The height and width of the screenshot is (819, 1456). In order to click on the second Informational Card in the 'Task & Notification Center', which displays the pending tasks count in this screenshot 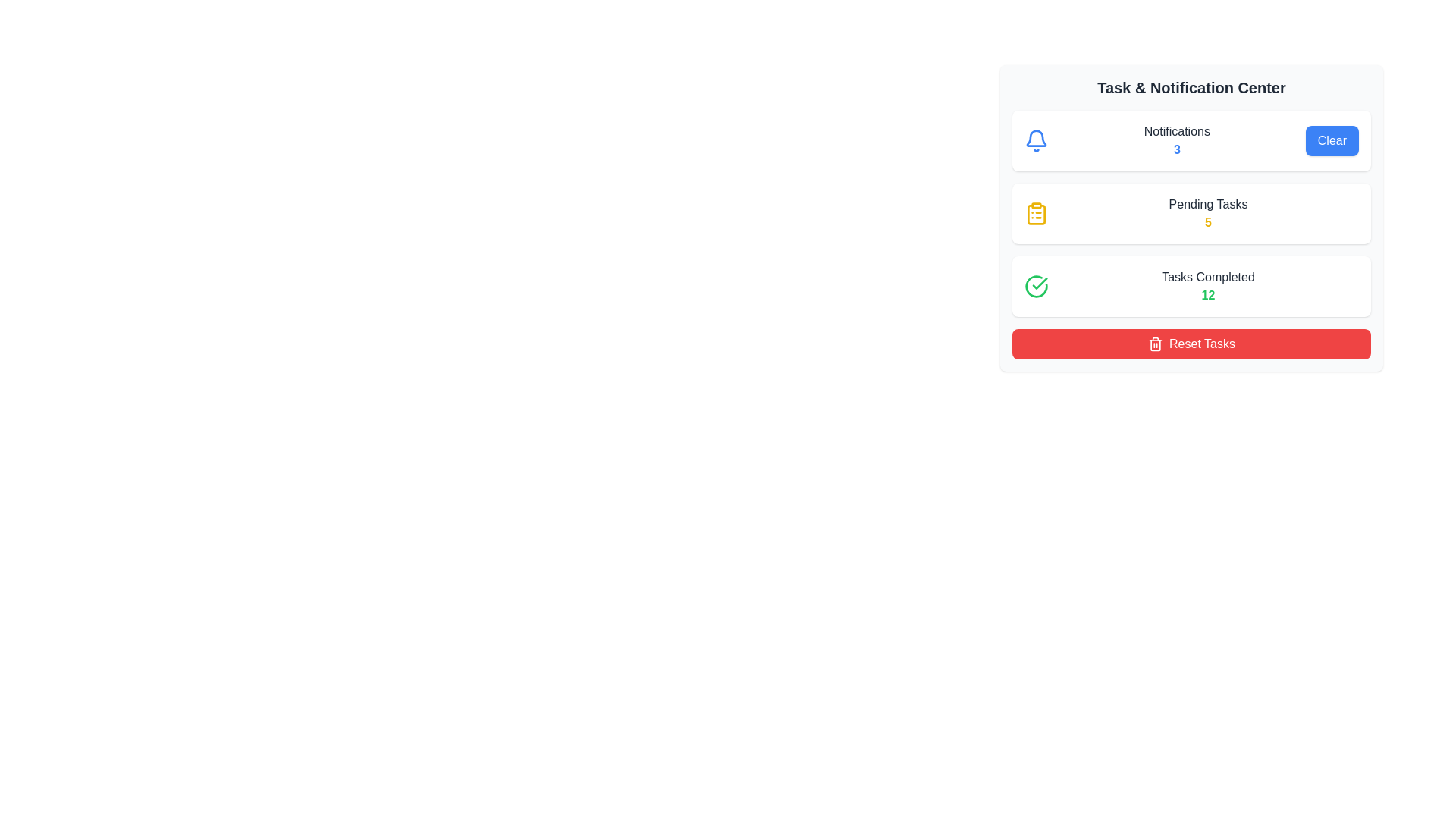, I will do `click(1191, 213)`.